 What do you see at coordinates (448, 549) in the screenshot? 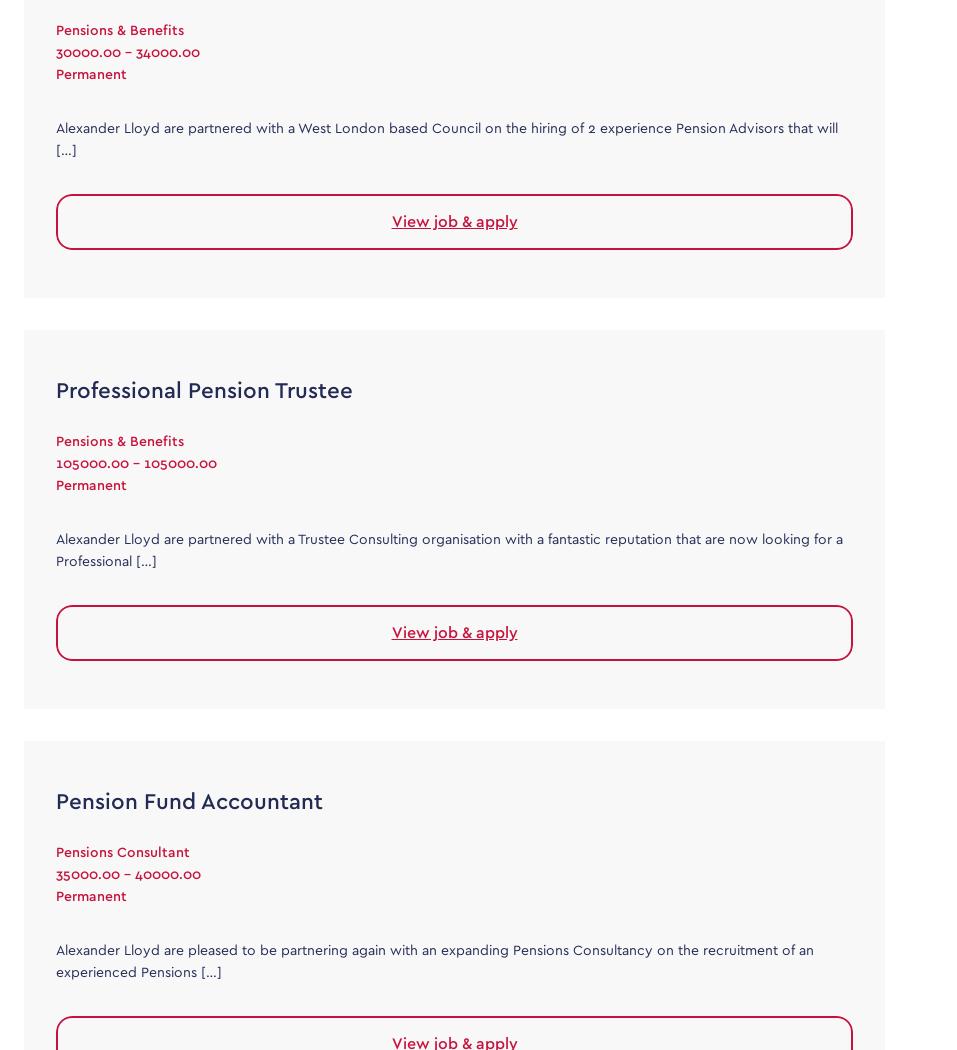
I see `'Alexander Lloyd are partnered with a Trustee Consulting organisation with a fantastic reputation that are now looking for a Professional […]'` at bounding box center [448, 549].